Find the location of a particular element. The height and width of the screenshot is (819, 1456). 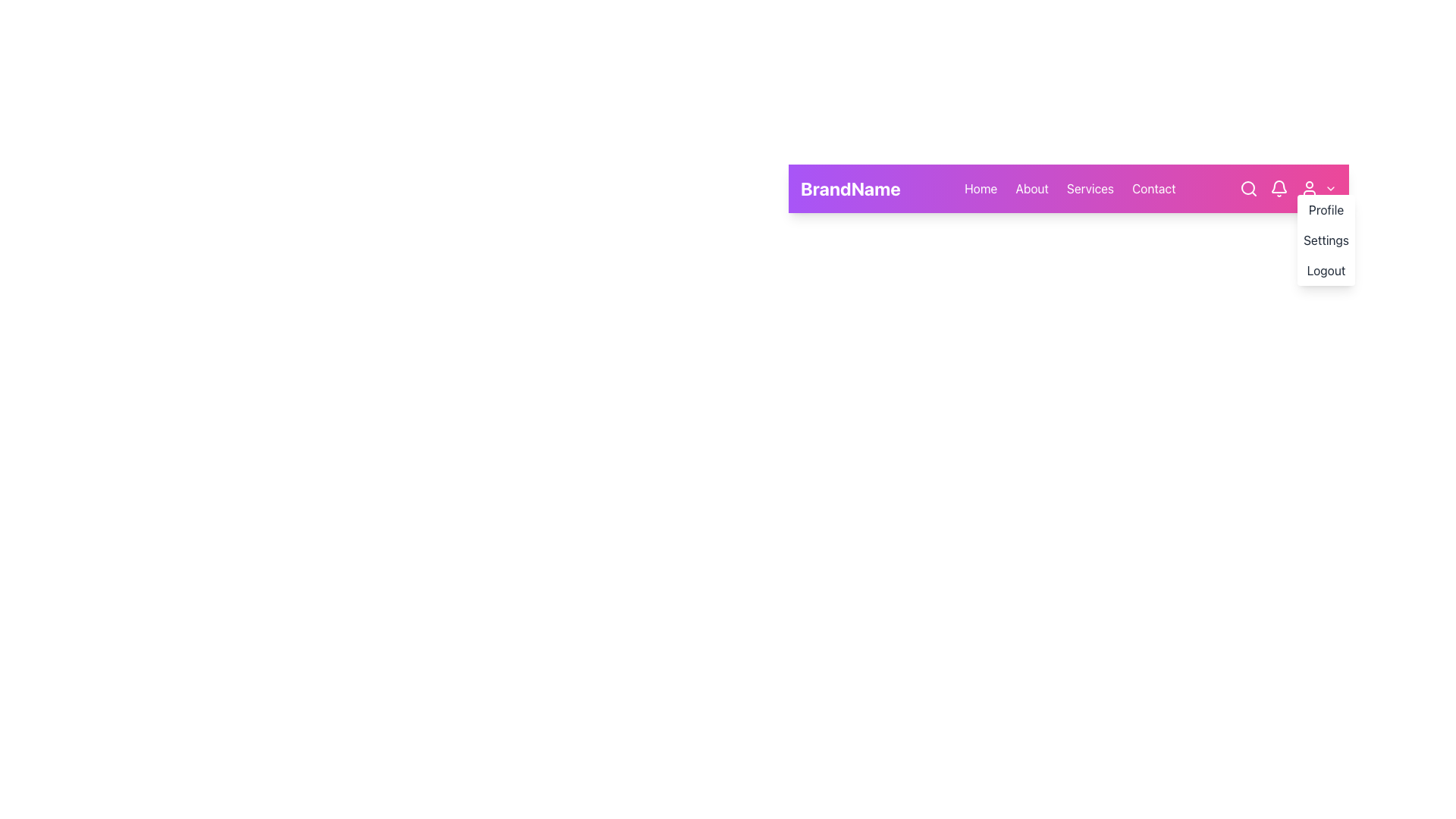

the 'About' hyperlink in the navigation bar to underline the text, which is styled in white font against a purple gradient background is located at coordinates (1031, 188).